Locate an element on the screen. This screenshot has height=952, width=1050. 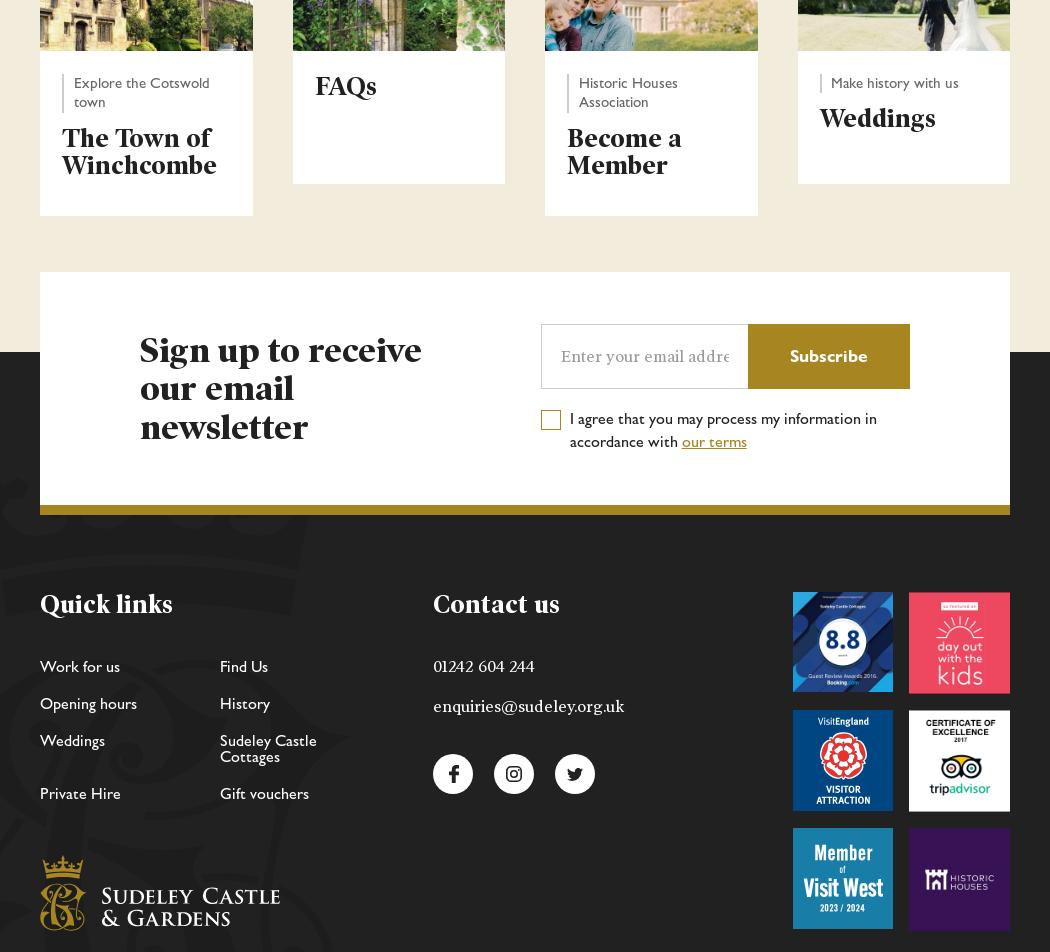
'Subscribe' is located at coordinates (789, 355).